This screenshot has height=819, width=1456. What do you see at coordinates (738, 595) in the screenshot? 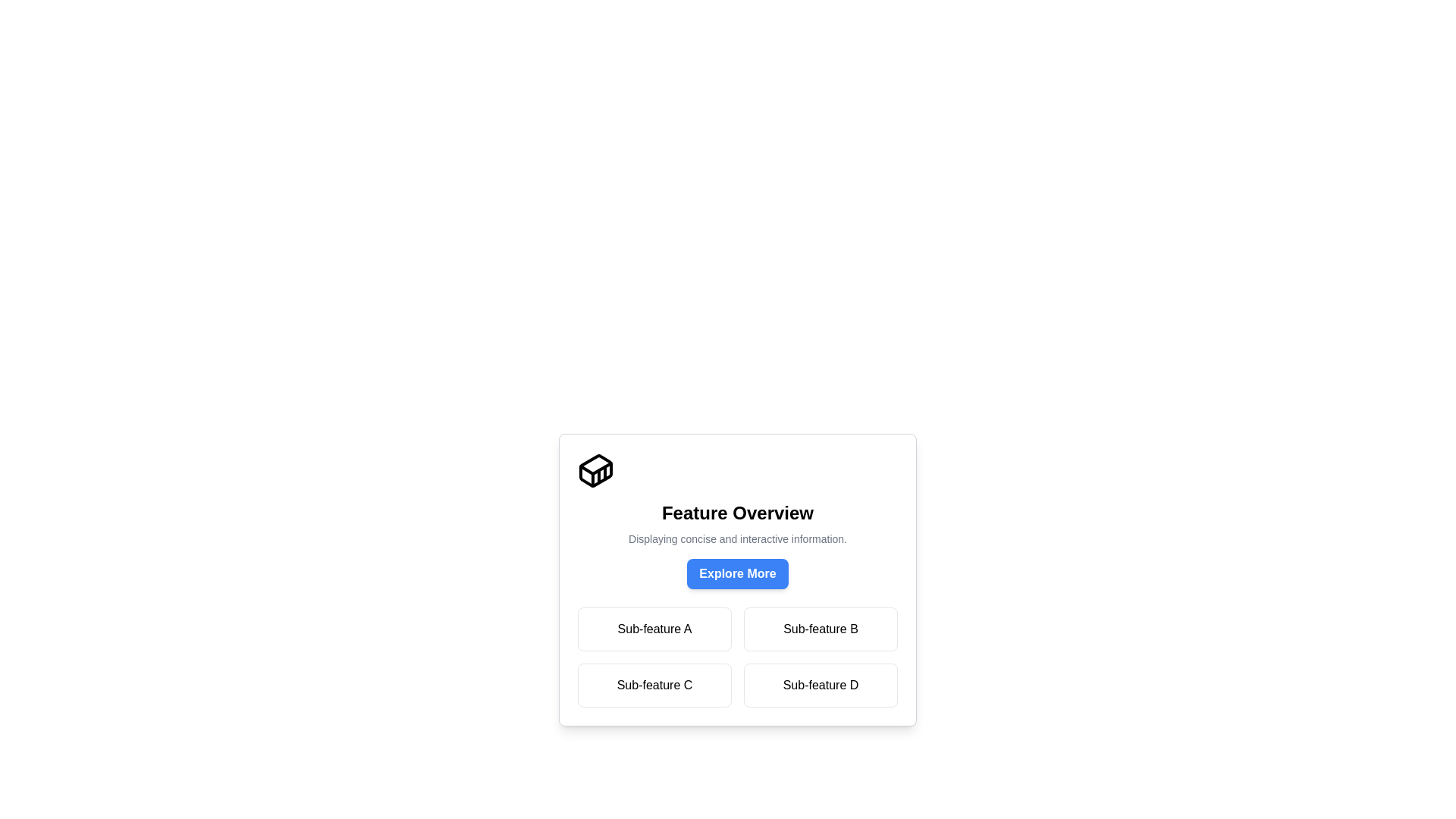
I see `descriptive content of the 'Feature Overview' dialog box, which includes the title and description, as well as the options available in the grid layout` at bounding box center [738, 595].